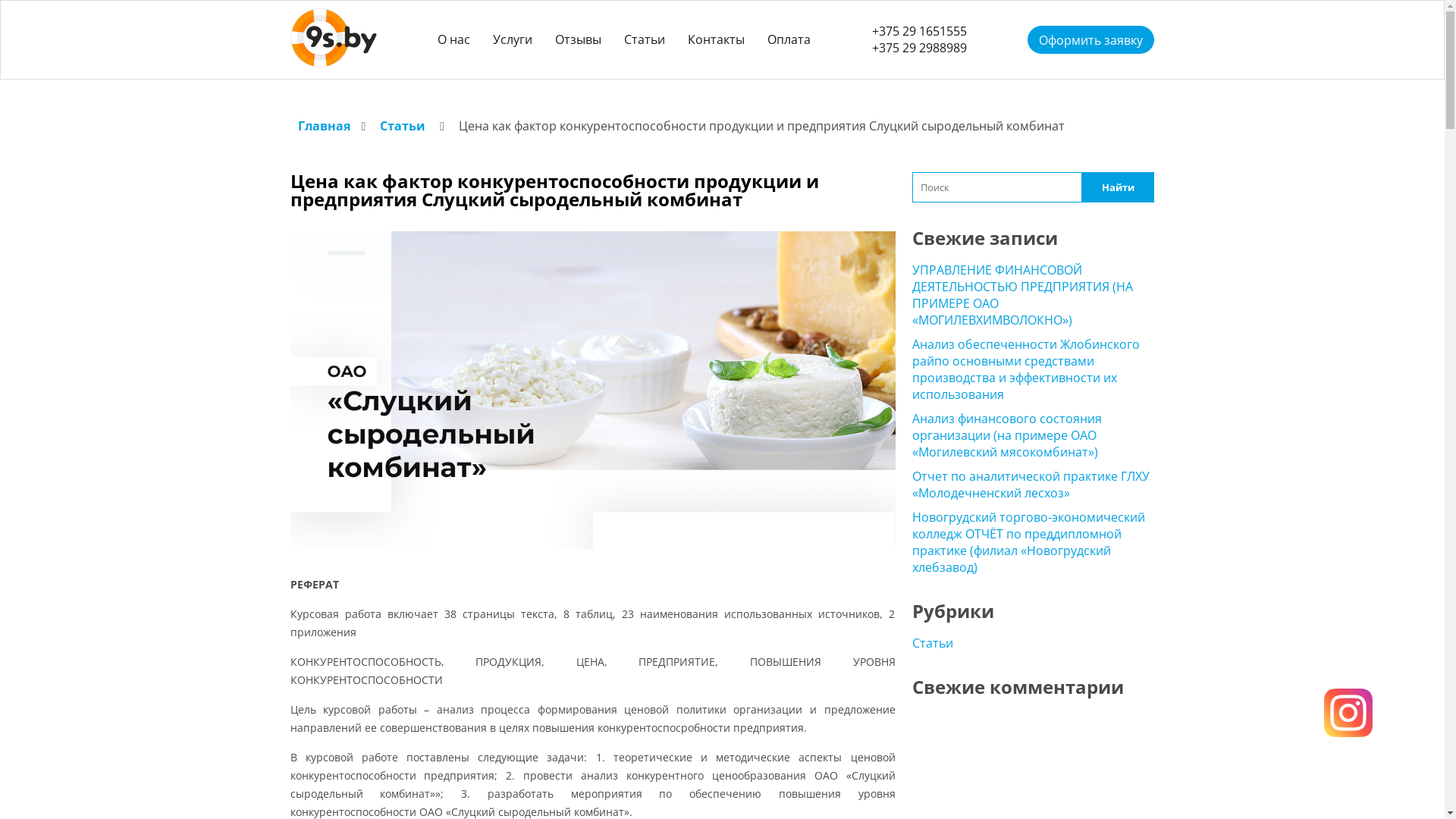 The height and width of the screenshot is (819, 1456). I want to click on '+375 29 1651555', so click(918, 31).